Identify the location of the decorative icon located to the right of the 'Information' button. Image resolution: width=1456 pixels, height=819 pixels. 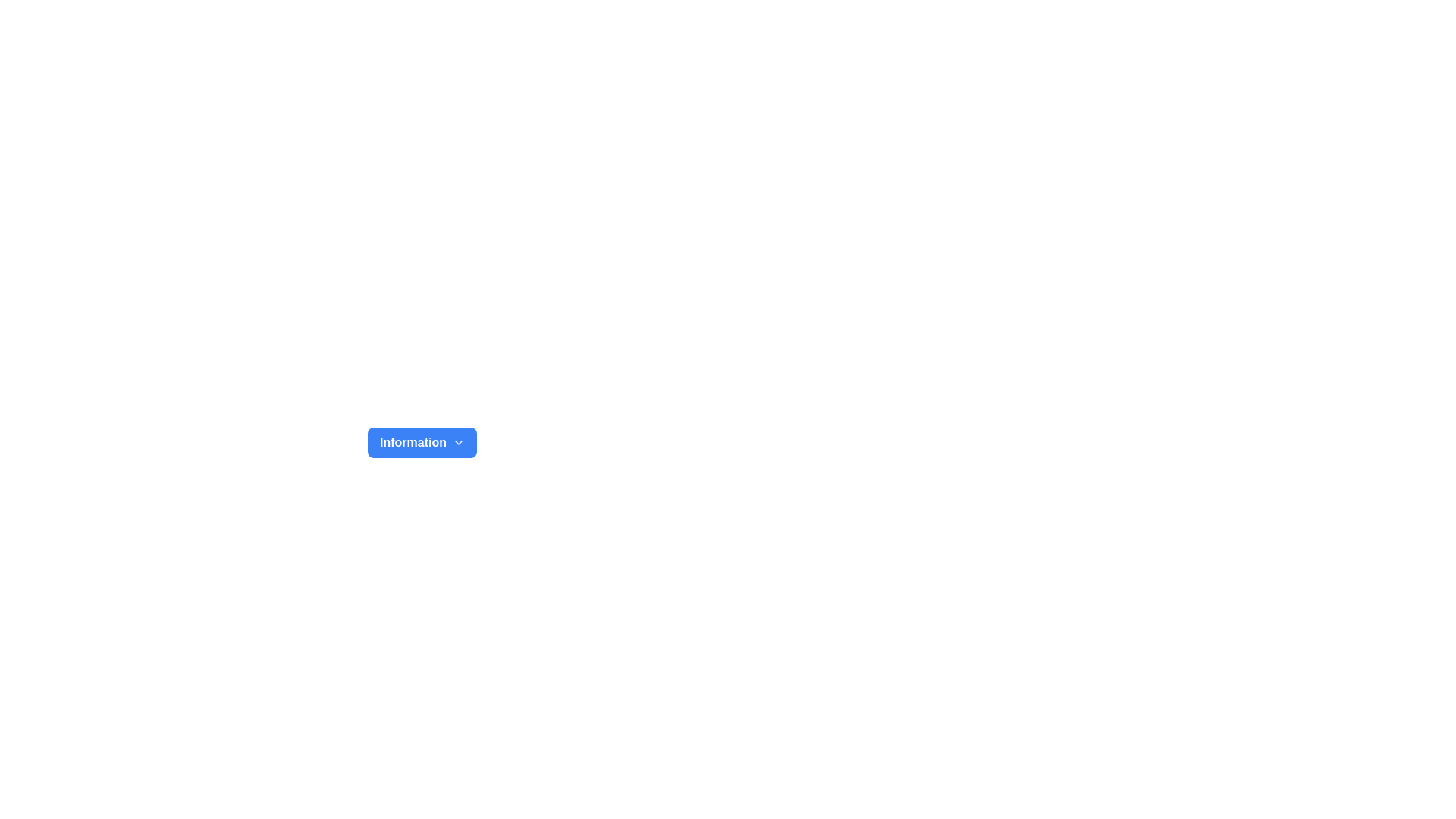
(457, 442).